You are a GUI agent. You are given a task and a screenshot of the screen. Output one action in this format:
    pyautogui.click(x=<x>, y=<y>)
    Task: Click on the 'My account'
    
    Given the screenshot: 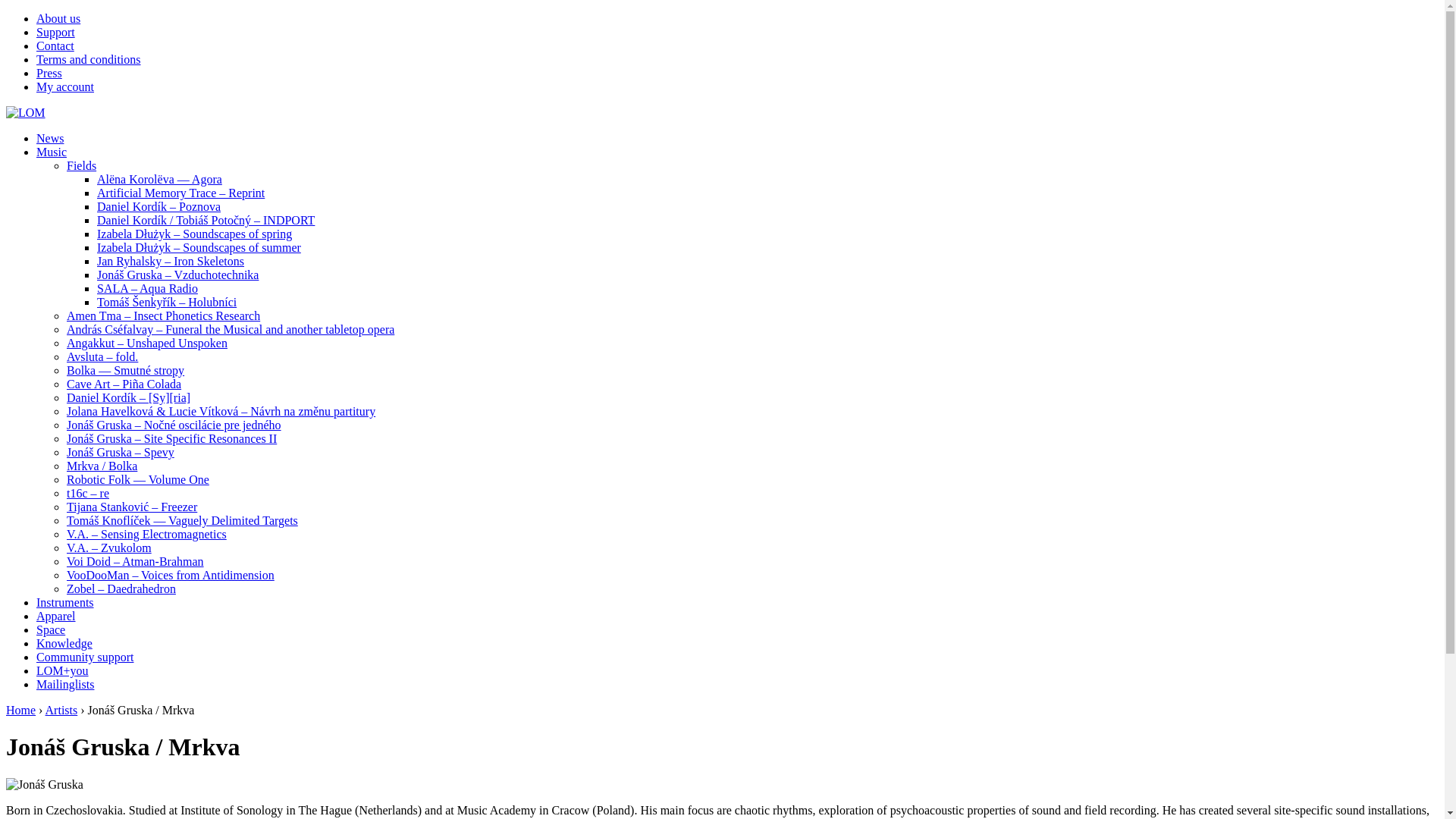 What is the action you would take?
    pyautogui.click(x=64, y=86)
    